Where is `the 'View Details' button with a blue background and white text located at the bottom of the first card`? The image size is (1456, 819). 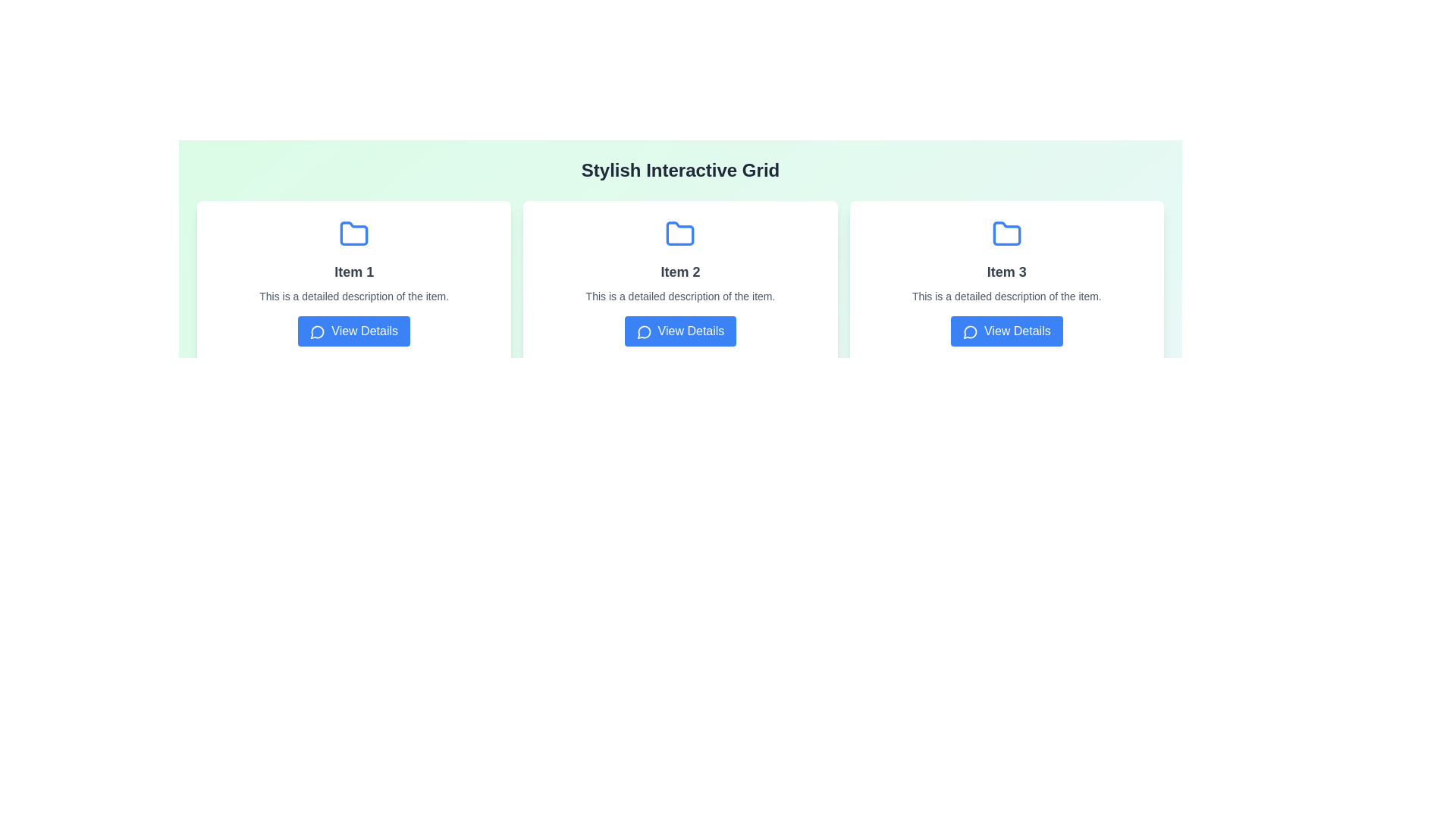
the 'View Details' button with a blue background and white text located at the bottom of the first card is located at coordinates (353, 330).